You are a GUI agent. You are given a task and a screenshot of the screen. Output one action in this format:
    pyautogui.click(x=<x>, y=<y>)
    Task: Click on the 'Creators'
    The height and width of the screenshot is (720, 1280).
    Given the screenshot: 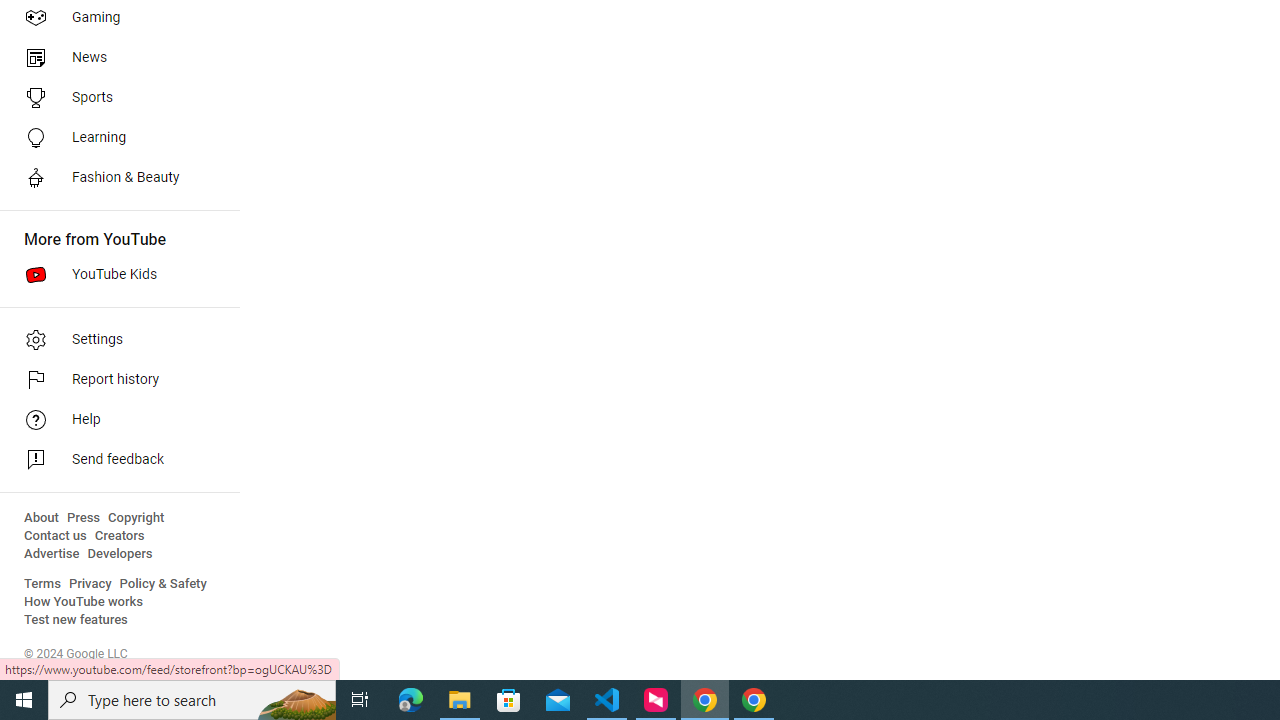 What is the action you would take?
    pyautogui.click(x=118, y=535)
    